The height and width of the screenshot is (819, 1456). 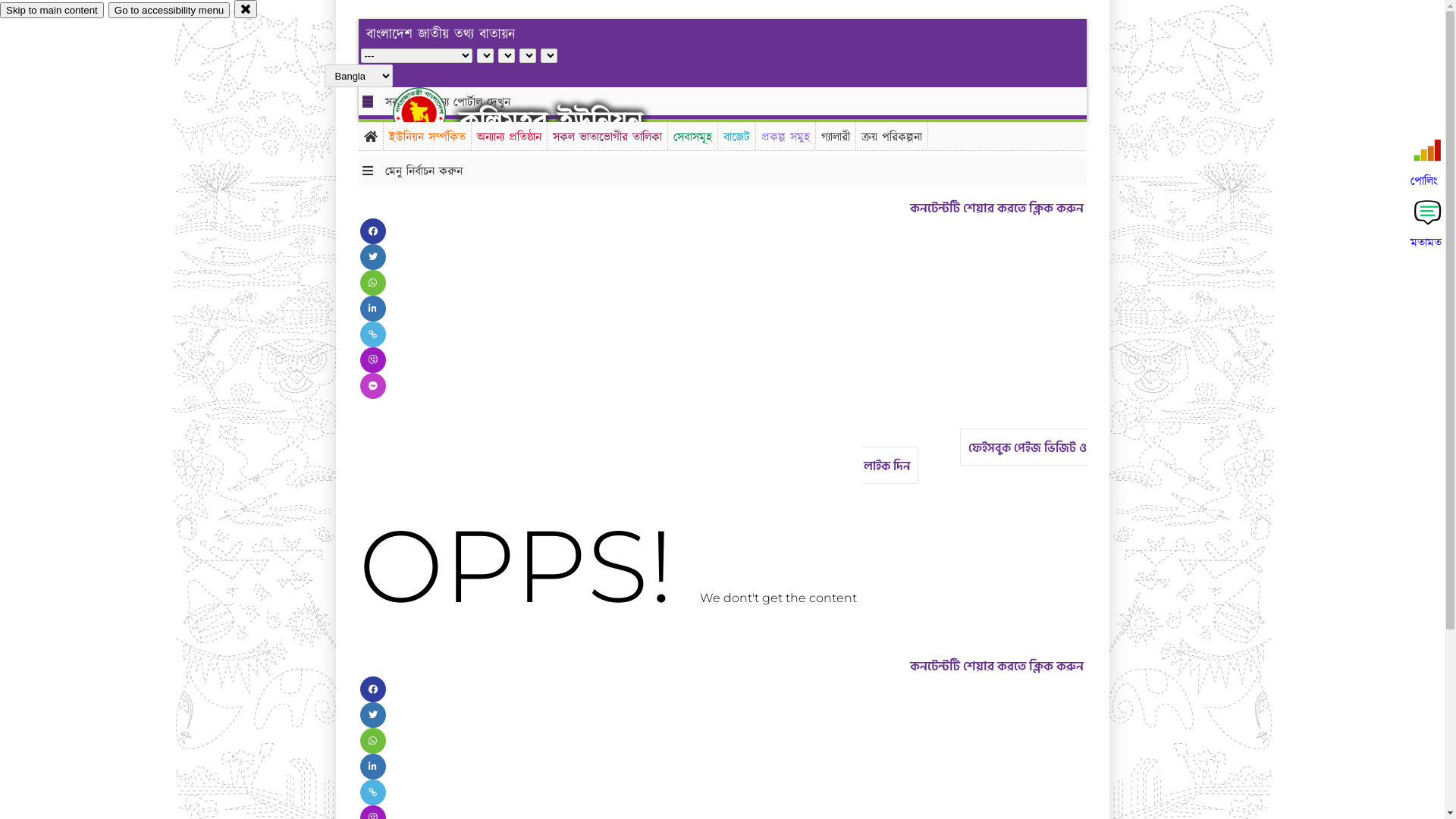 What do you see at coordinates (431, 112) in the screenshot?
I see `'` at bounding box center [431, 112].